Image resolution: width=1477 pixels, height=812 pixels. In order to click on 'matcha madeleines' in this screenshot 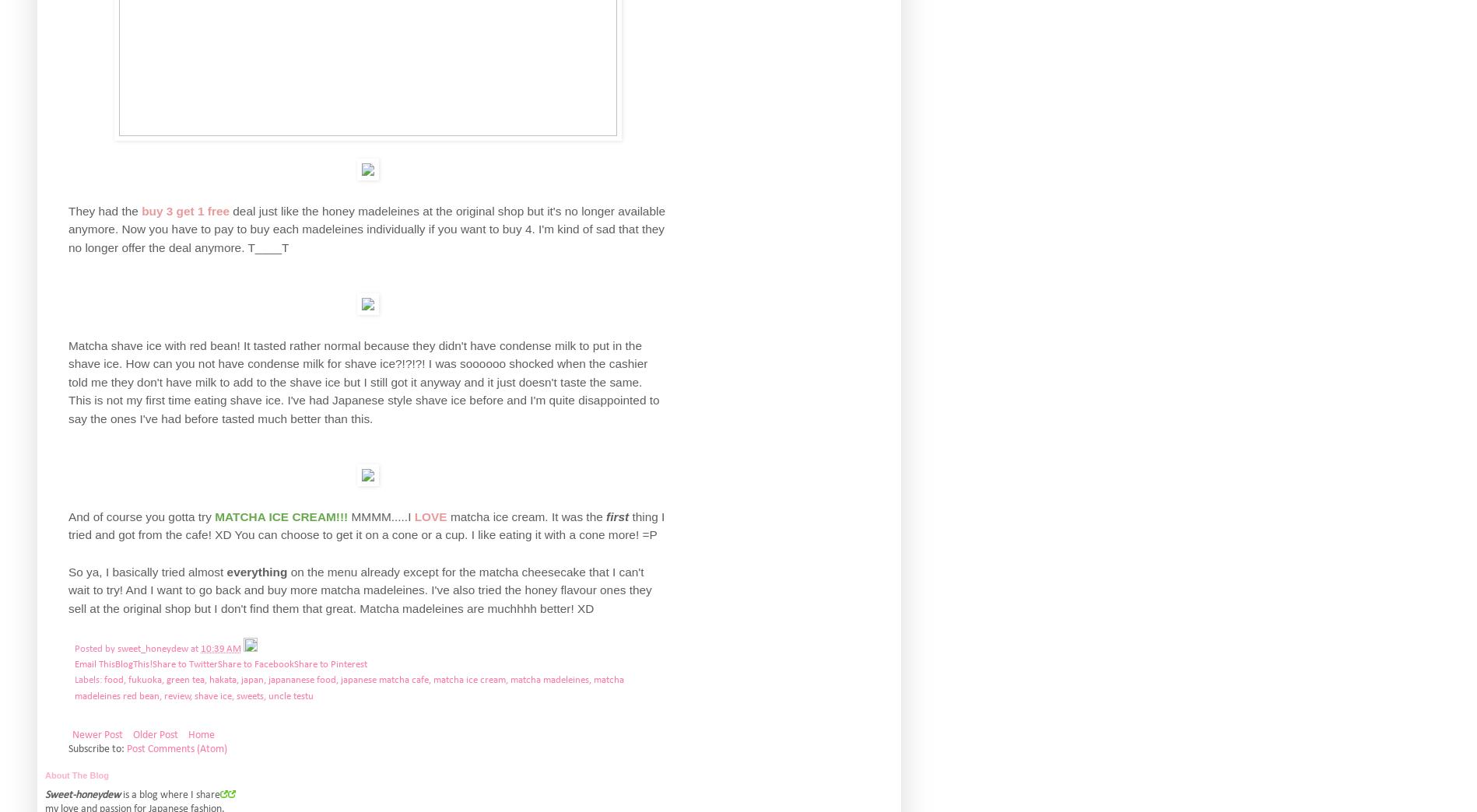, I will do `click(549, 680)`.